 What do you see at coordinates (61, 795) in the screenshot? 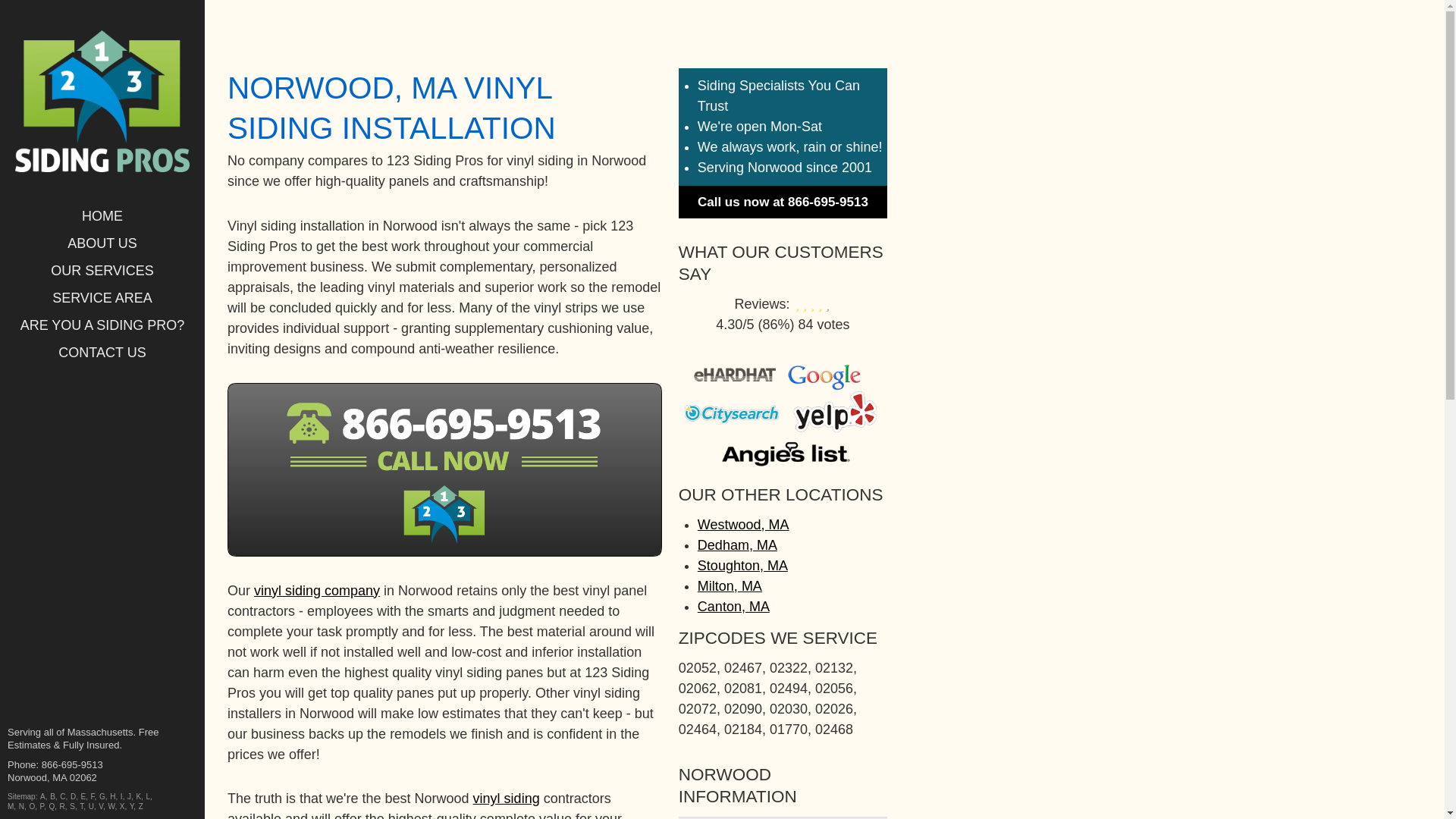
I see `'C'` at bounding box center [61, 795].